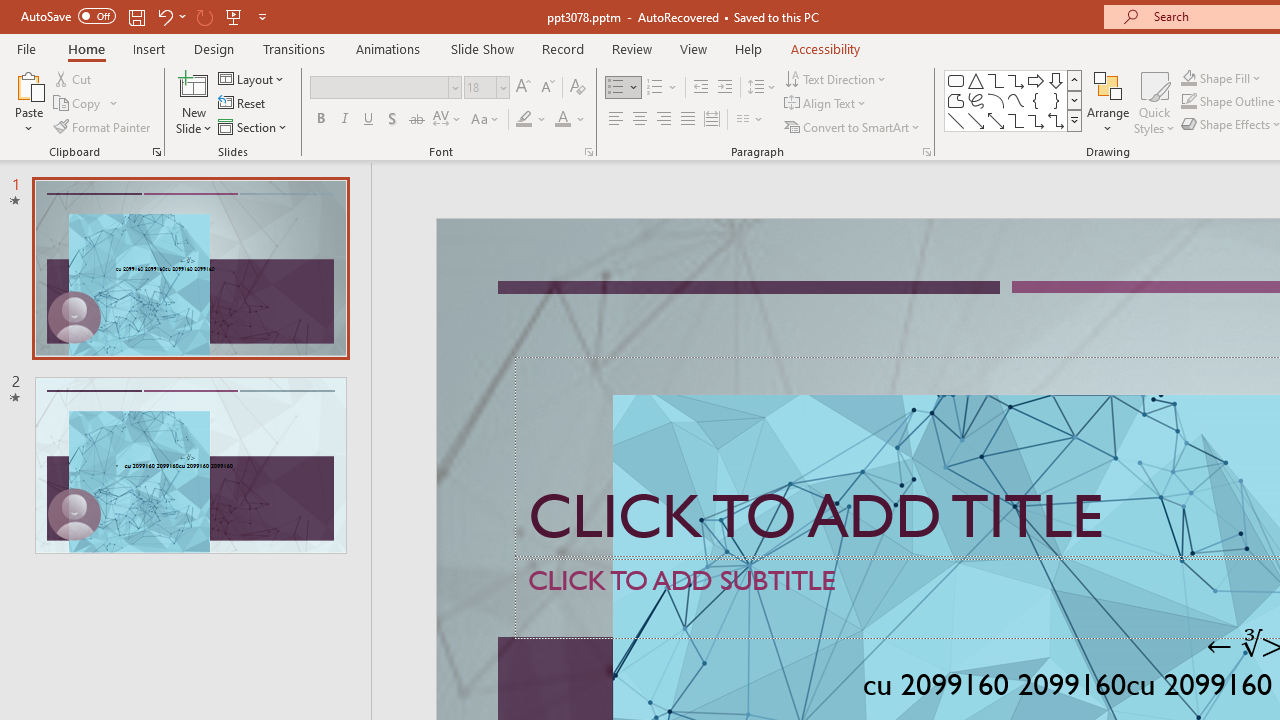  Describe the element at coordinates (369, 119) in the screenshot. I see `'Underline'` at that location.